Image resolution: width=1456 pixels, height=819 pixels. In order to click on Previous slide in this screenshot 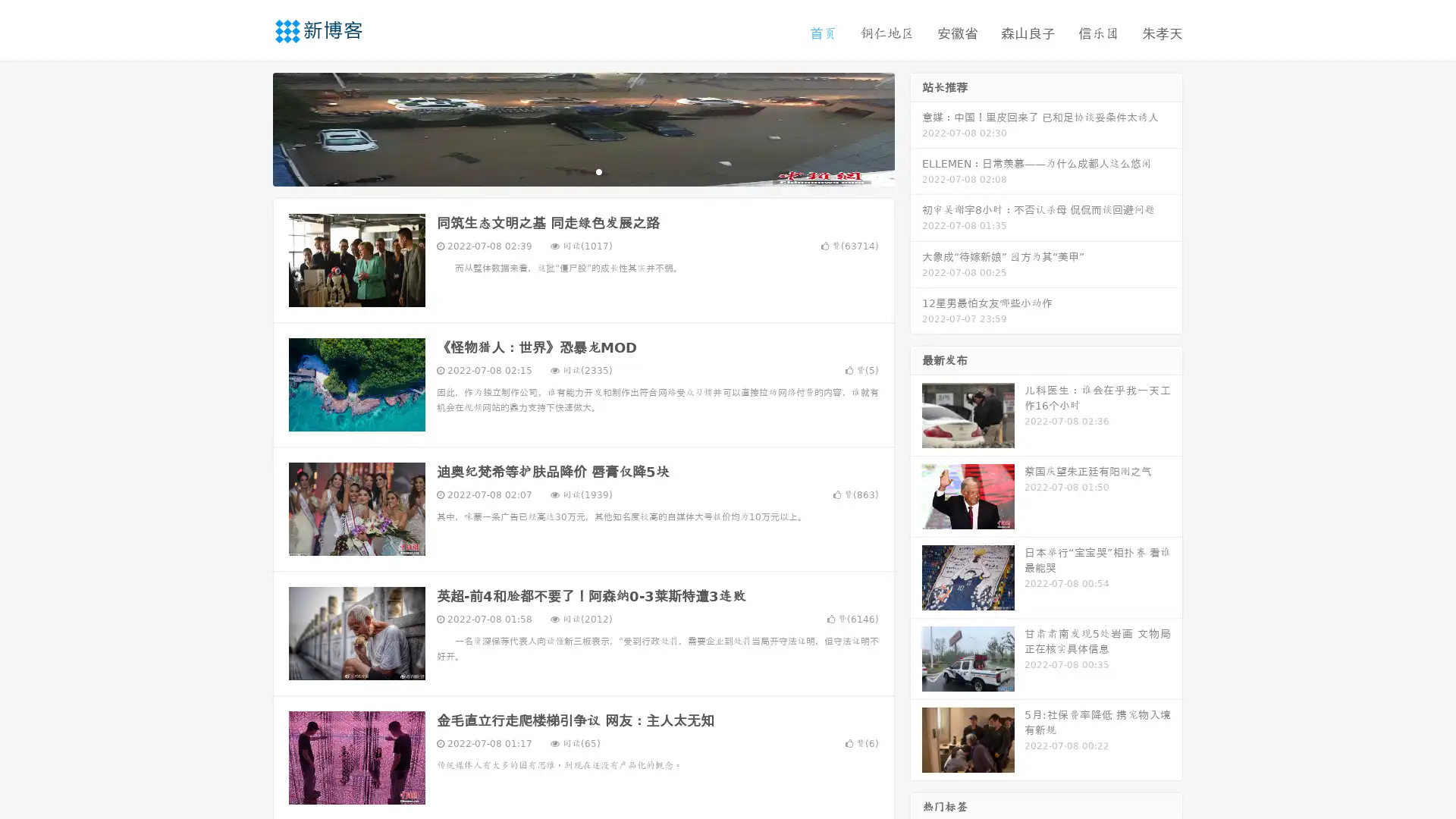, I will do `click(250, 127)`.